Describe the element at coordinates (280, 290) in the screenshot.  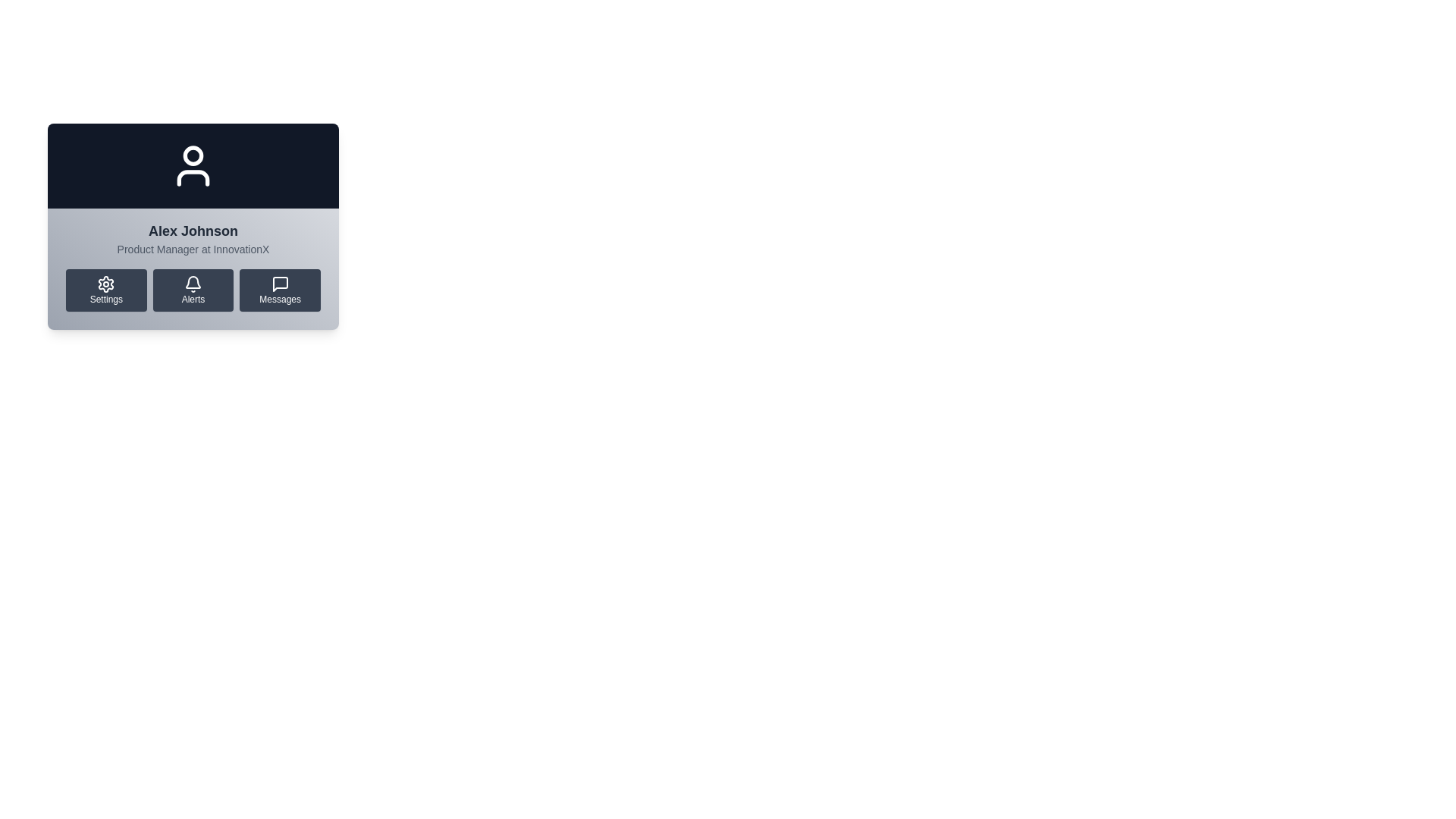
I see `the 'Messages' button, which is the third button in a horizontal row of buttons located below the user profile information section` at that location.